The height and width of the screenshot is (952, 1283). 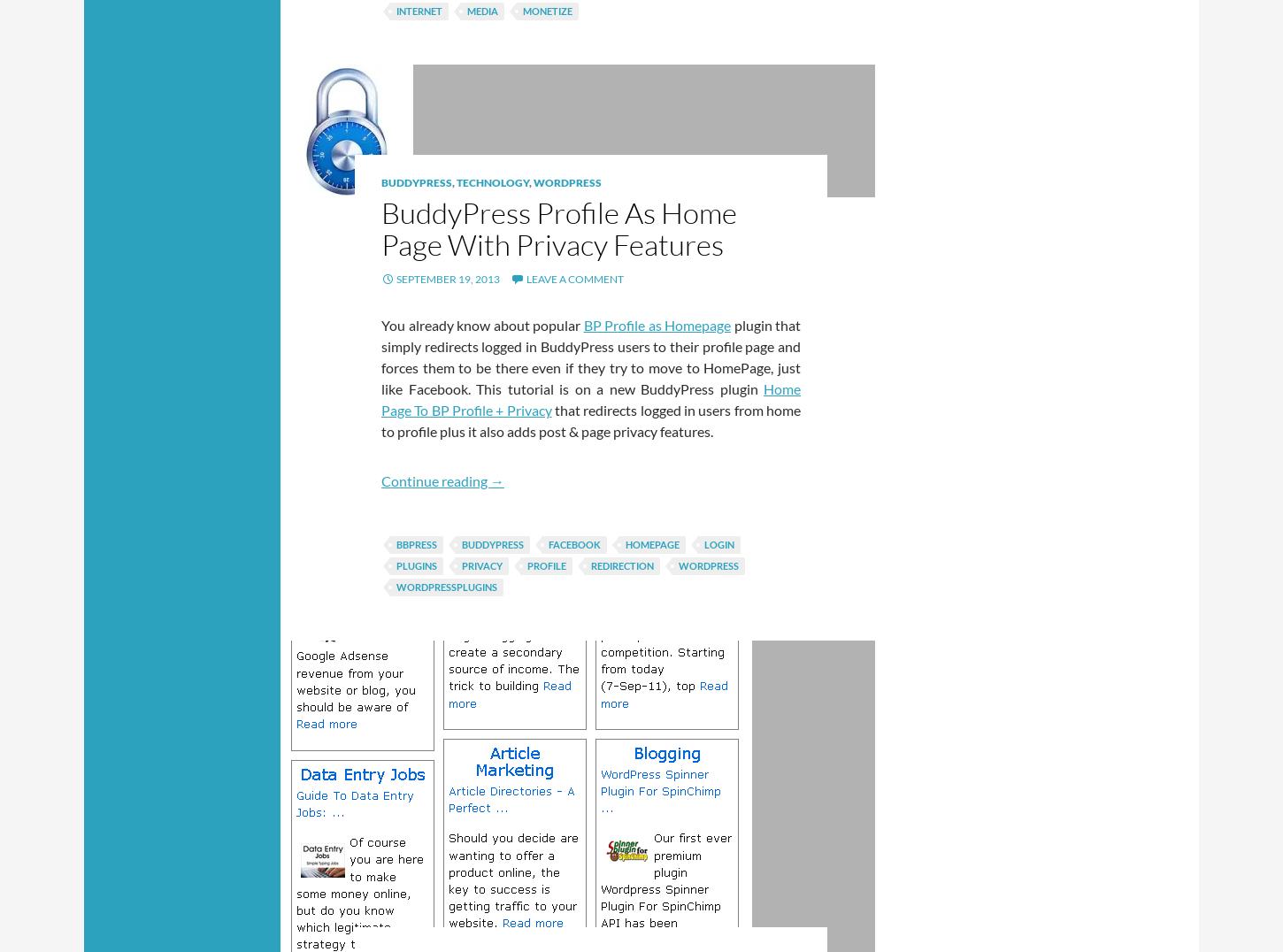 I want to click on 'Plugins', so click(x=415, y=564).